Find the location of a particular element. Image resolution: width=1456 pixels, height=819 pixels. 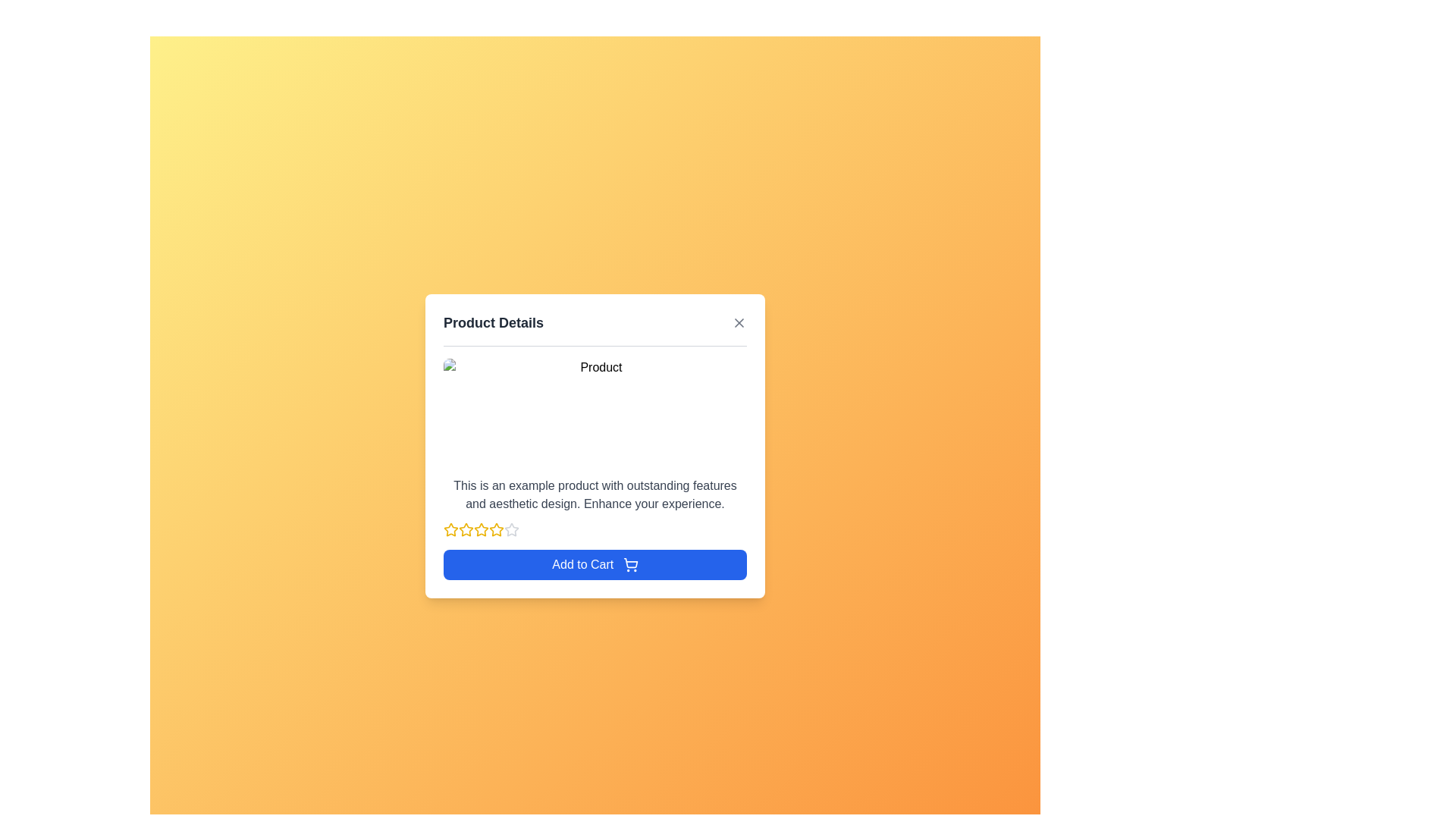

the 5th star-shaped icon/button in a series of 6 stars is located at coordinates (512, 529).